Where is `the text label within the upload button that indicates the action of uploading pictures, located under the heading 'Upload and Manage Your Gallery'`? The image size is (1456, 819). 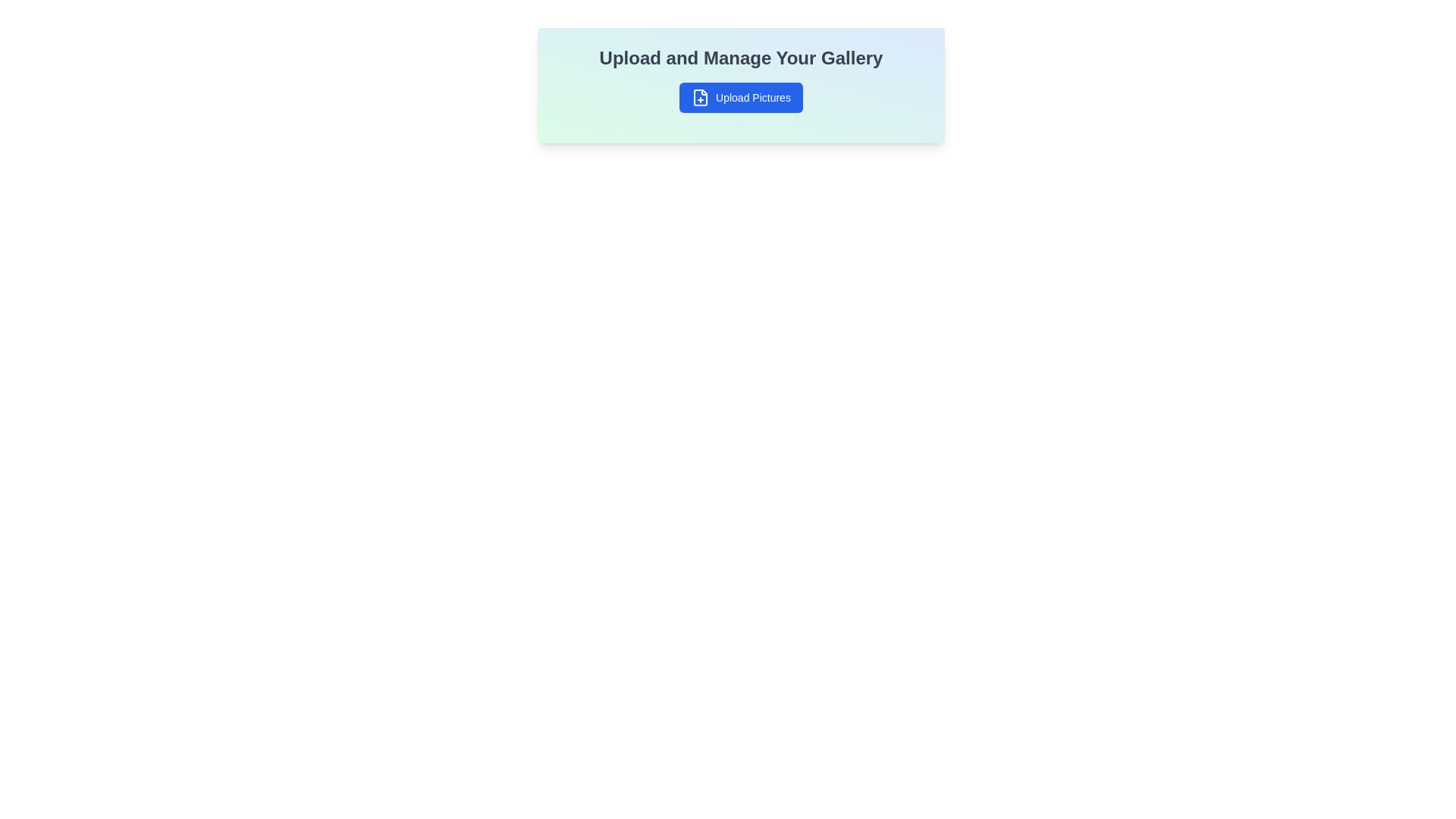
the text label within the upload button that indicates the action of uploading pictures, located under the heading 'Upload and Manage Your Gallery' is located at coordinates (753, 97).